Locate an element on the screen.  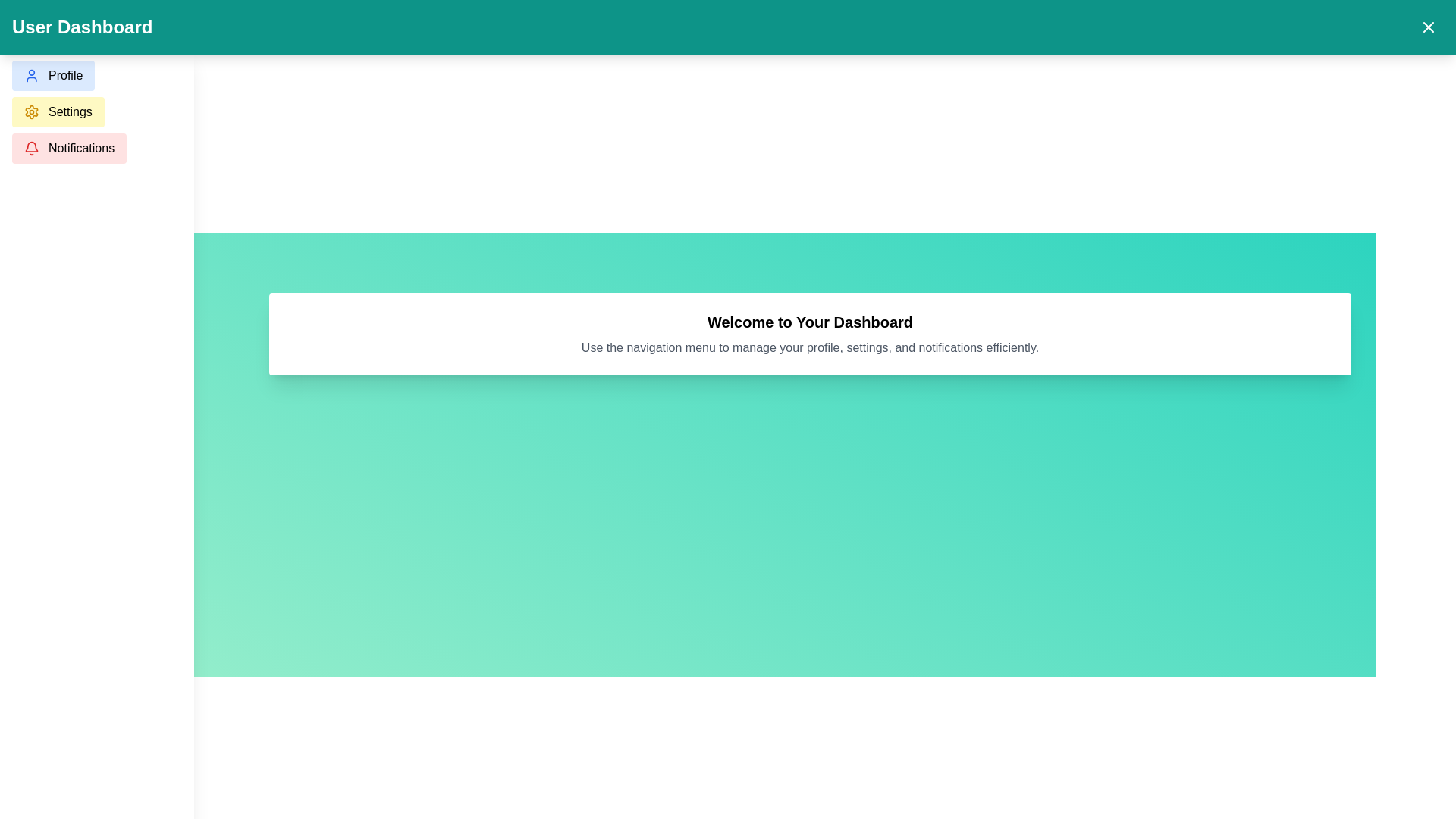
the 'Notifications' button, which is a light red rectangular button with a black label and a red bell icon, located in the sidebar navigation panel as the third button is located at coordinates (68, 149).